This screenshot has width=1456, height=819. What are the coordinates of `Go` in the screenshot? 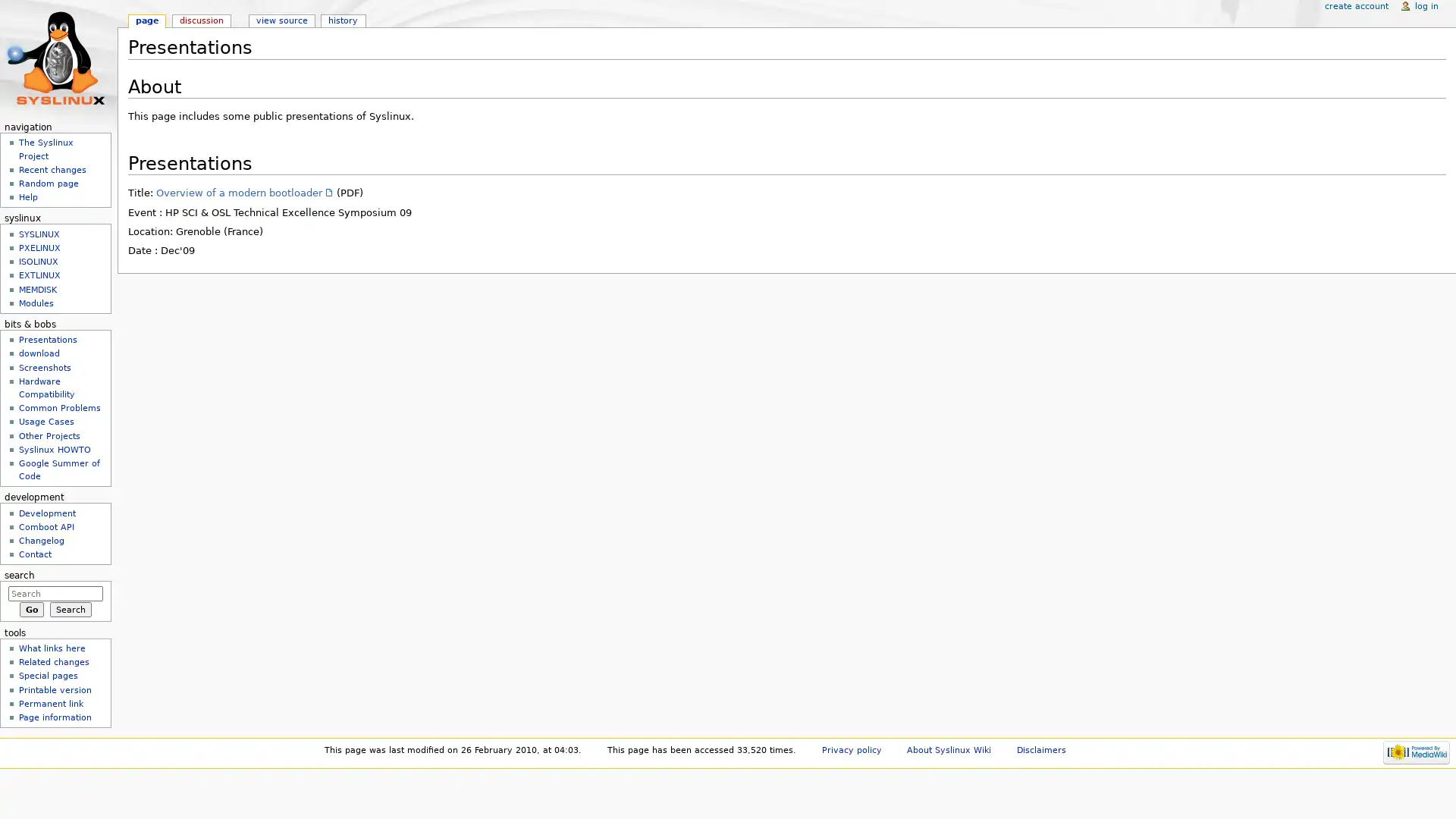 It's located at (31, 608).